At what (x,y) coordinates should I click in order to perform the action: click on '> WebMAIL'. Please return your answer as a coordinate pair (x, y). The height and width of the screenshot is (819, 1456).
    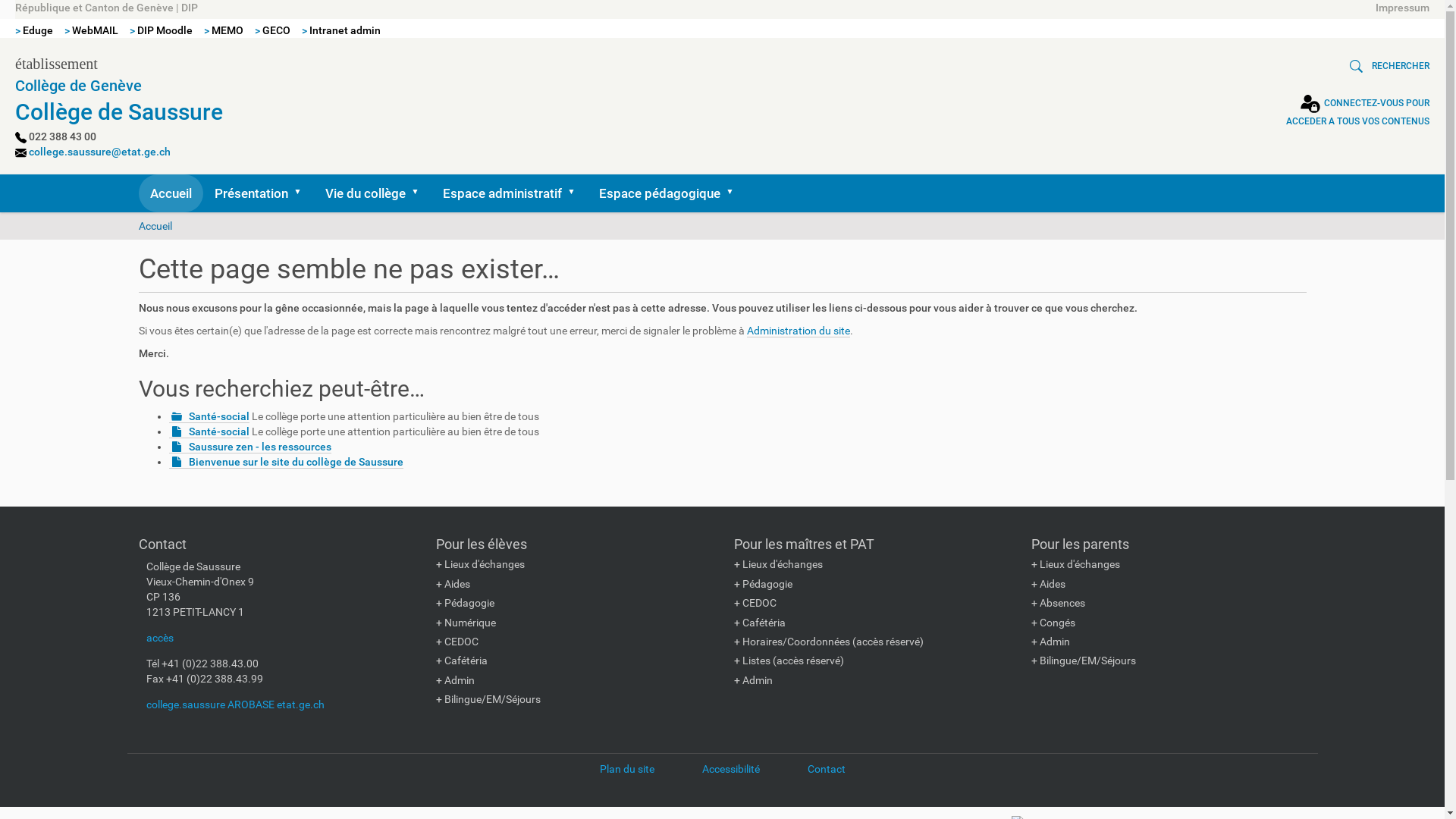
    Looking at the image, I should click on (90, 30).